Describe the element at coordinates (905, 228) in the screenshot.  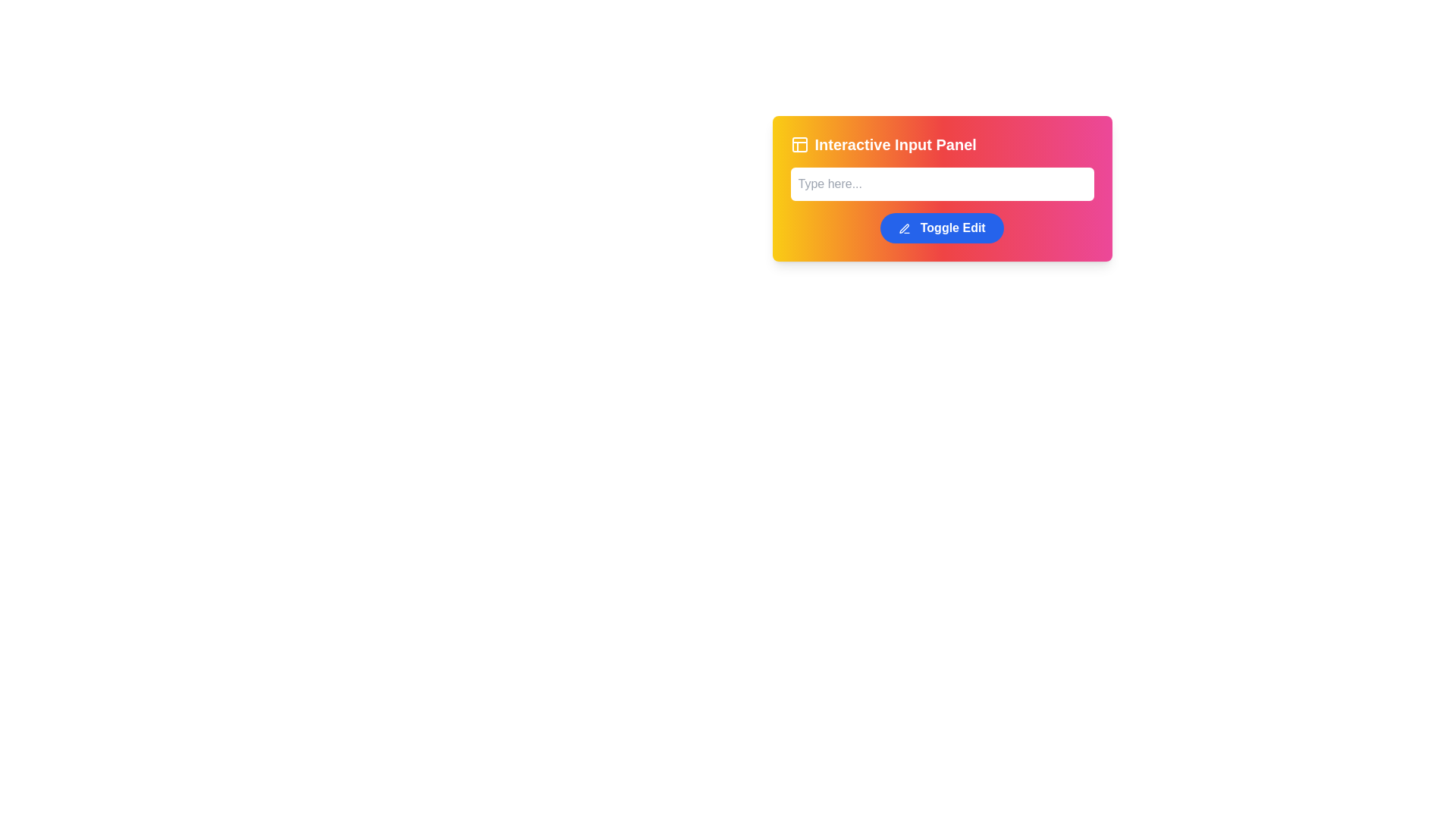
I see `the small blue pen icon located on the left side of the 'Toggle Edit' button situated in the lower-right part of the panel interface` at that location.